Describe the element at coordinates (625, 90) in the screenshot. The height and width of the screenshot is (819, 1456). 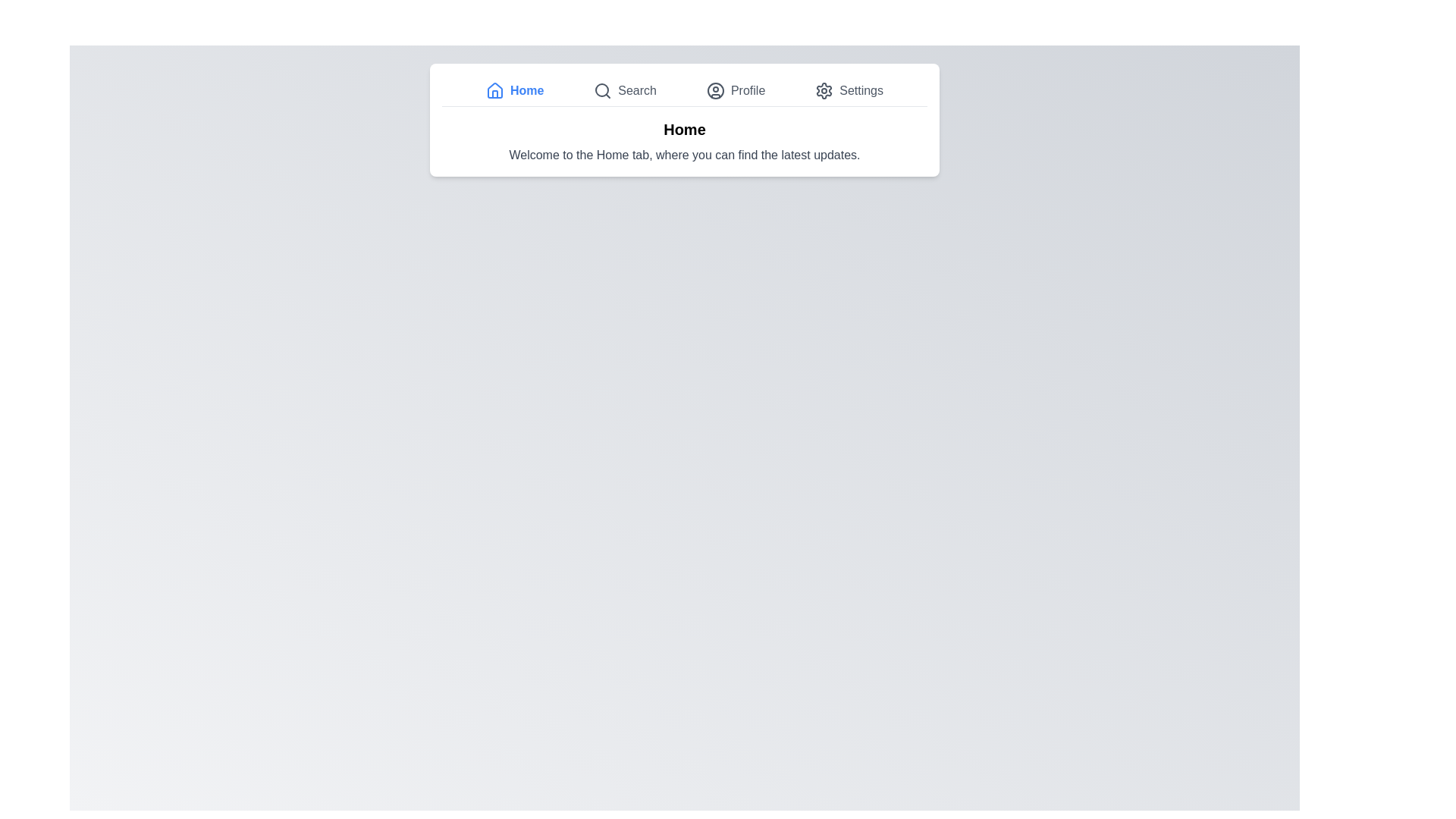
I see `the Navigation button located in the top navigation bar, positioned between 'Home' and 'Profile', to activate its styling` at that location.